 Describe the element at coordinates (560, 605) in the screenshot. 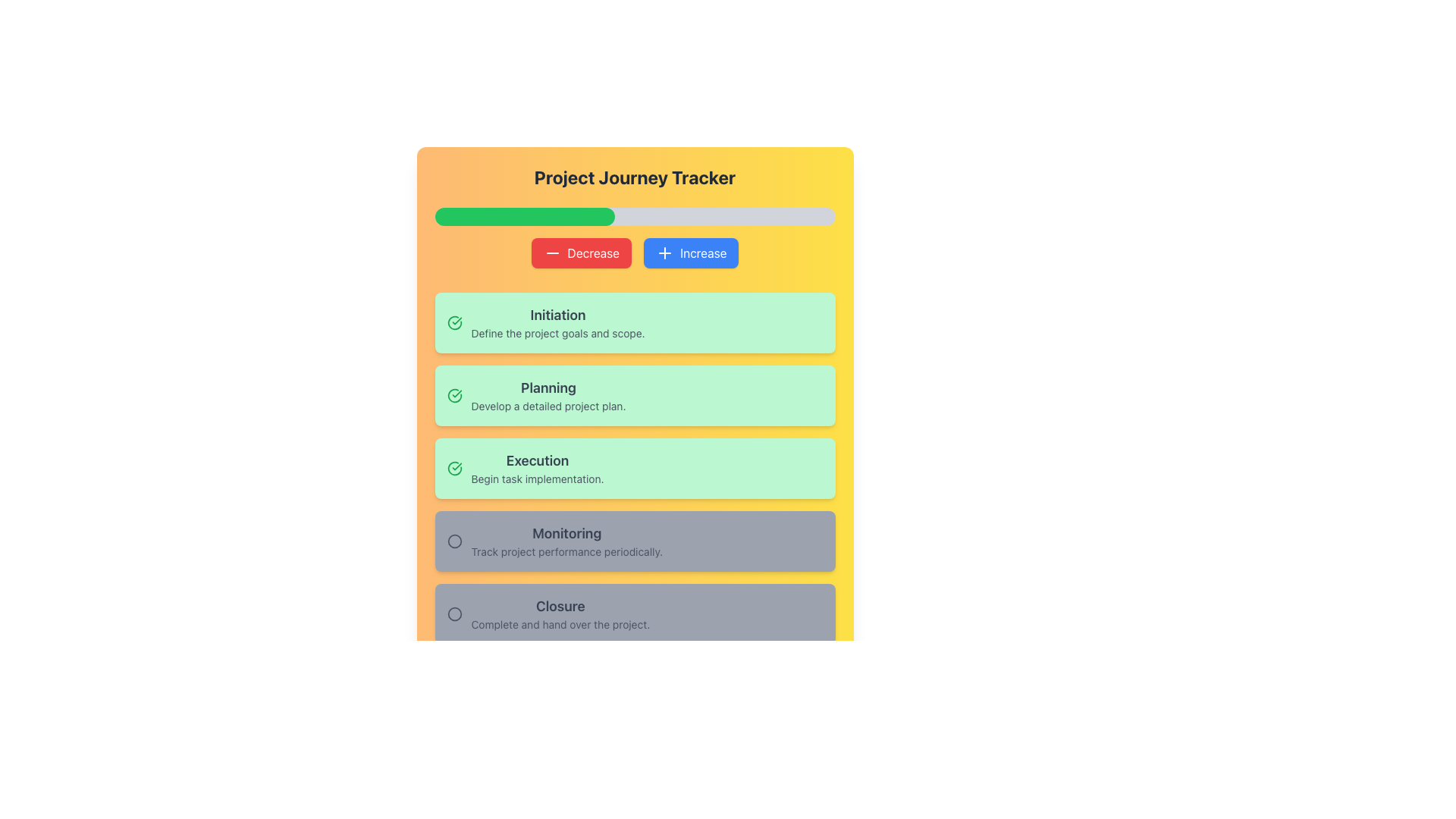

I see `text from the label element that provides a title for the 'Closure' section in the 'Project Journey Tracker'` at that location.